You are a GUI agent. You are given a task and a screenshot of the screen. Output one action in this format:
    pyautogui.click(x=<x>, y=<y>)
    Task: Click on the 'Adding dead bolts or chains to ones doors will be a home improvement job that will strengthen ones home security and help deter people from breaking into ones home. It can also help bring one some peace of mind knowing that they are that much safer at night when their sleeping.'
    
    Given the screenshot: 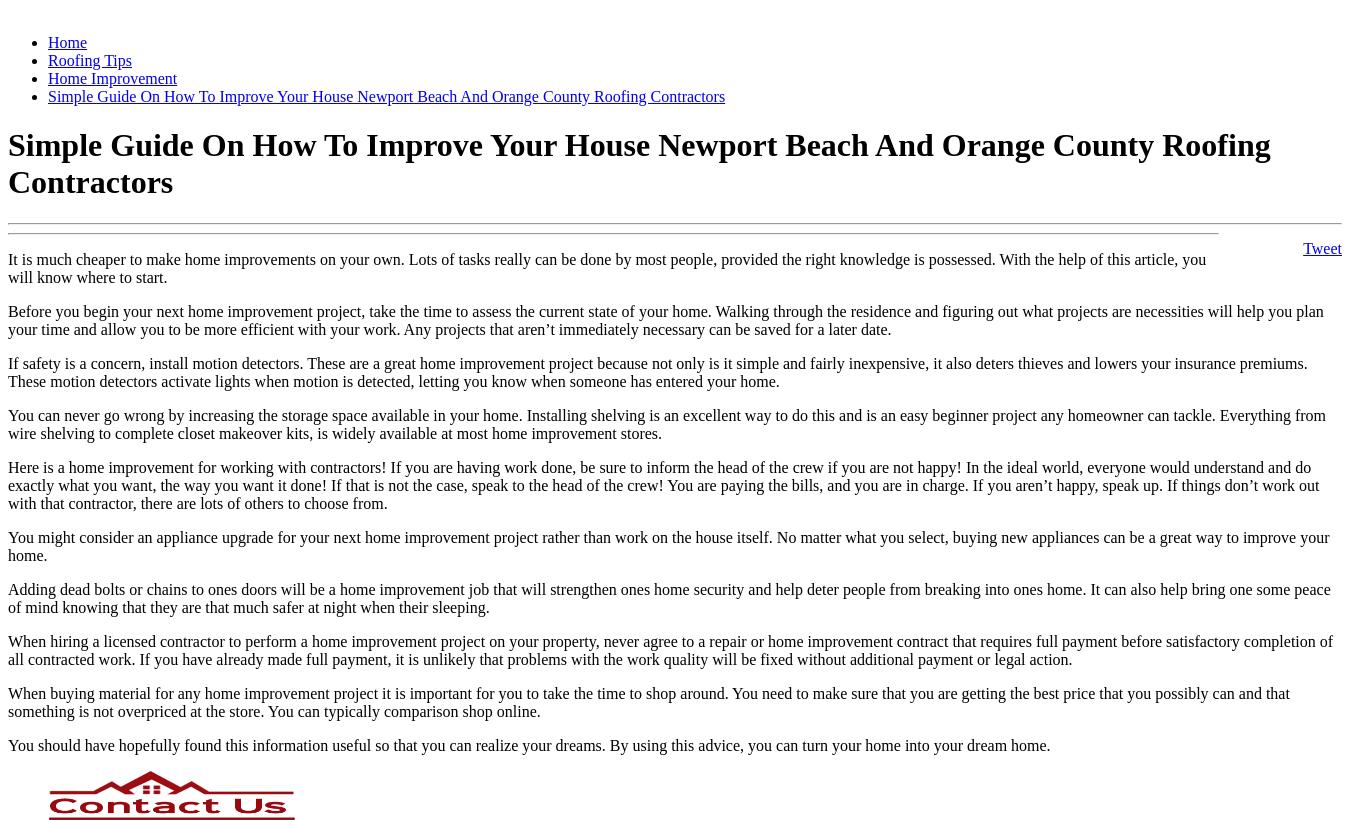 What is the action you would take?
    pyautogui.click(x=669, y=597)
    